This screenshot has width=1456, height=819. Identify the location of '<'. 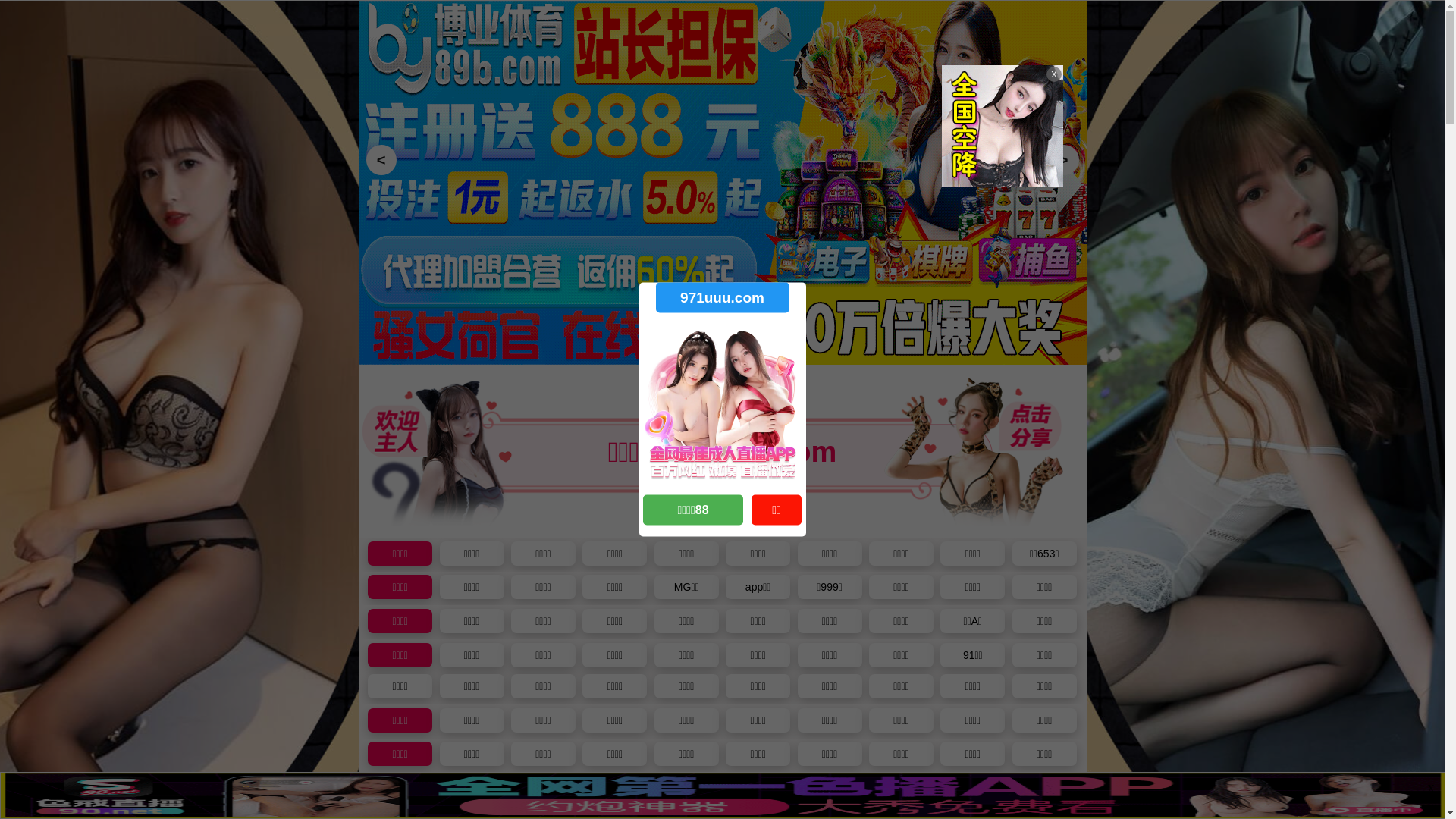
(381, 160).